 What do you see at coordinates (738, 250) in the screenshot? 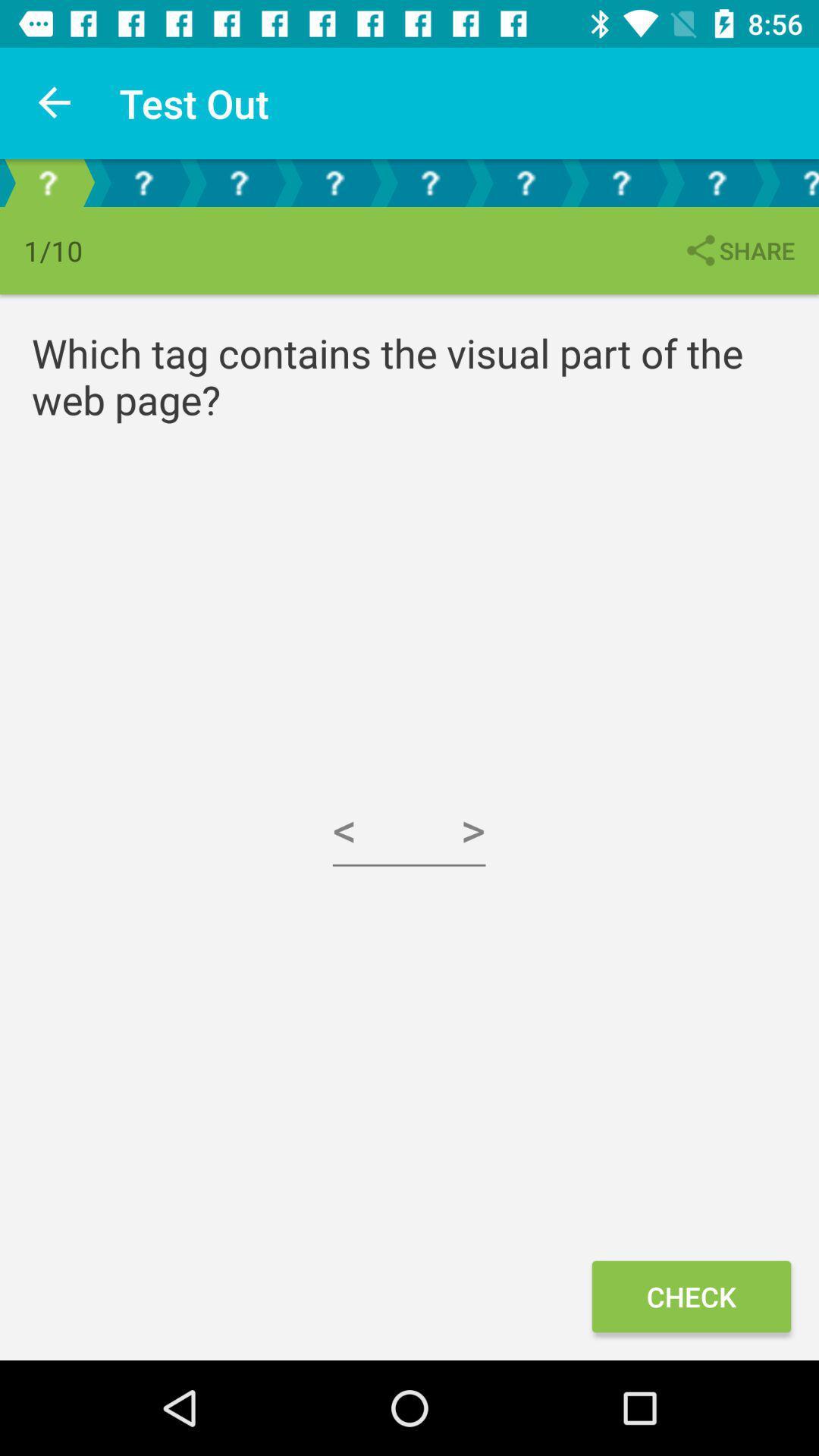
I see `item above the which tag contains` at bounding box center [738, 250].